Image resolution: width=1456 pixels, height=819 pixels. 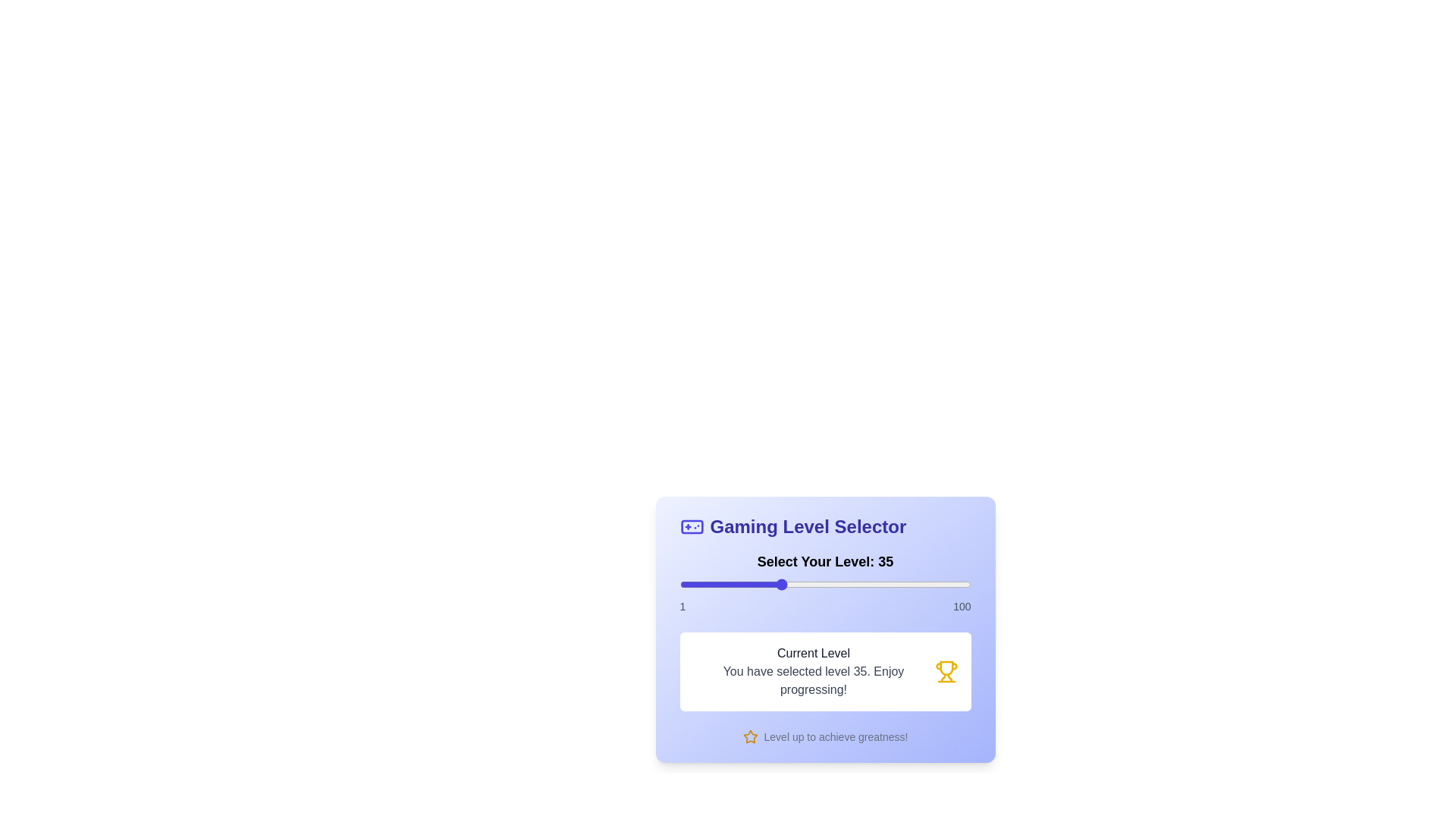 What do you see at coordinates (824, 736) in the screenshot?
I see `the Text with an icon element that features a yellow star icon and the text 'Level up to achieve greatness!', located at the bottom of the 'Gaming Level Selector' card` at bounding box center [824, 736].